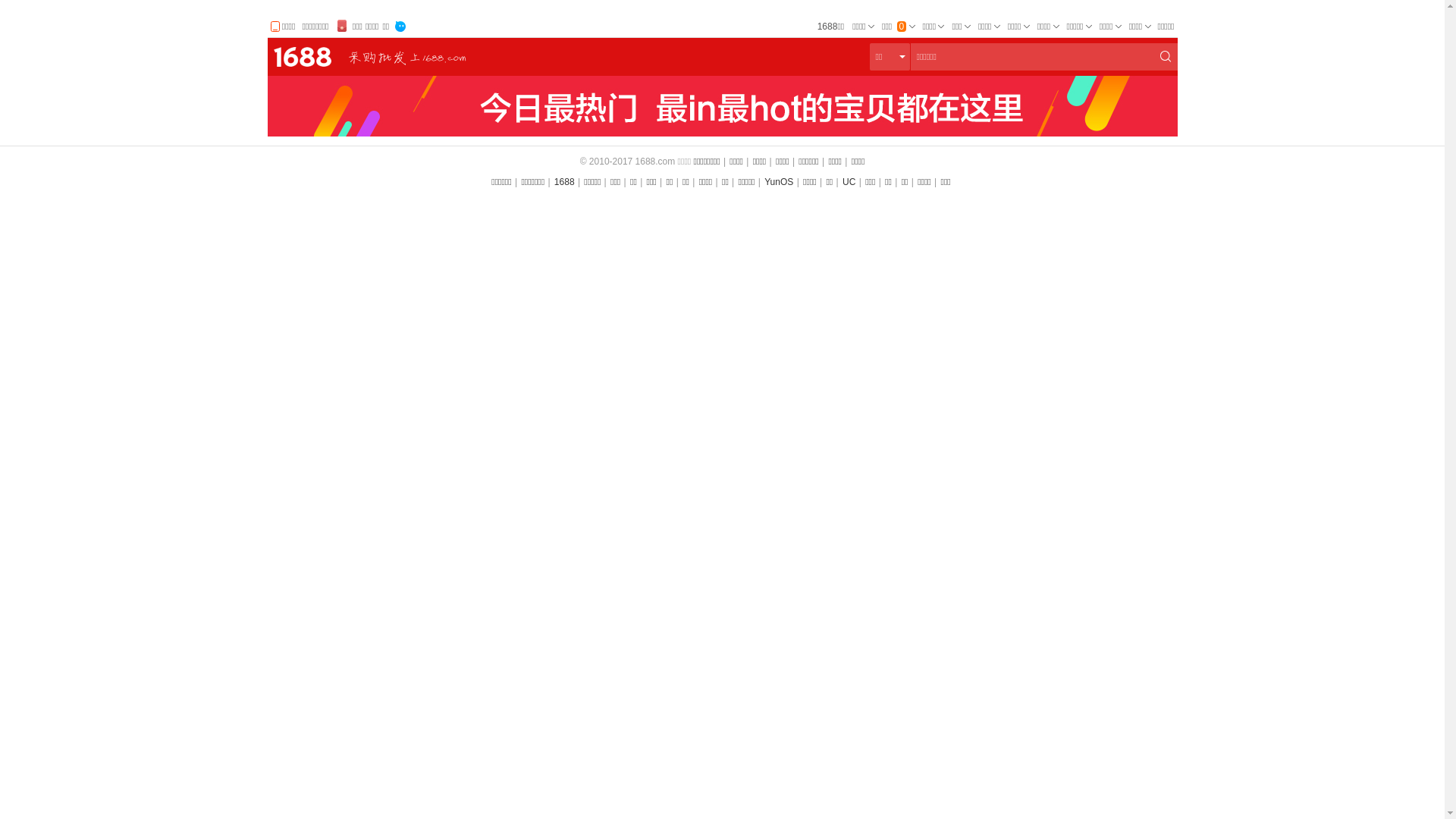 The width and height of the screenshot is (1456, 819). Describe the element at coordinates (563, 180) in the screenshot. I see `'1688'` at that location.